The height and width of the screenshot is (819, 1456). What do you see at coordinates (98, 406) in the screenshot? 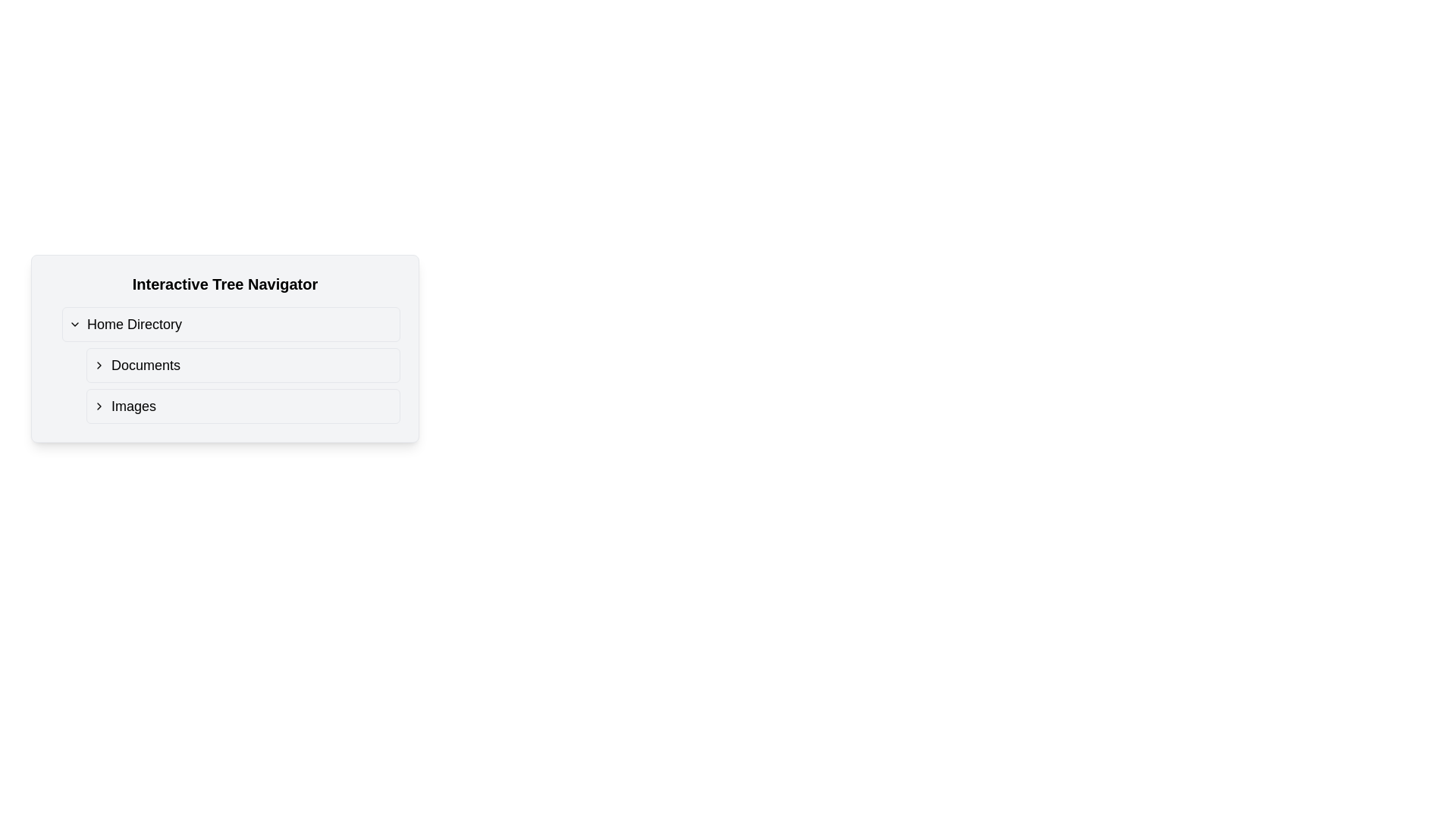
I see `on the chevron icon located at the far left of the 'Images' item` at bounding box center [98, 406].